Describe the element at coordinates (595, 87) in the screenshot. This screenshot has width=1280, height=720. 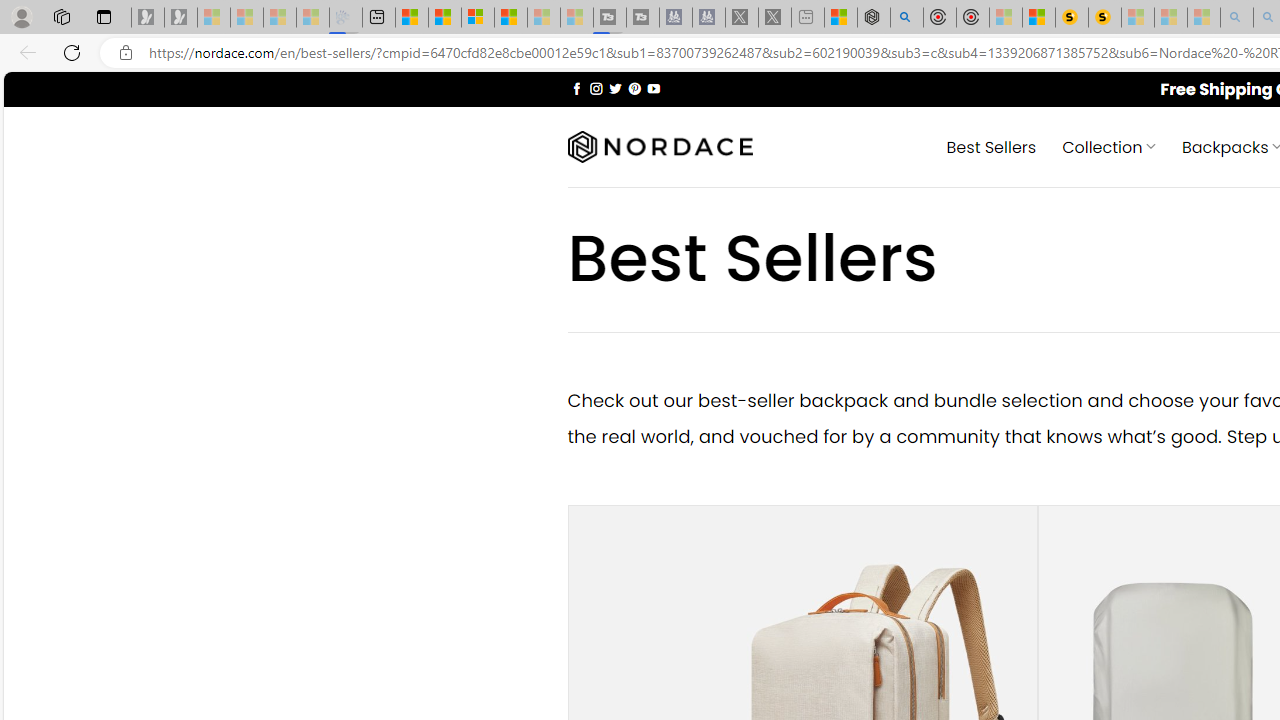
I see `'Follow on Instagram'` at that location.